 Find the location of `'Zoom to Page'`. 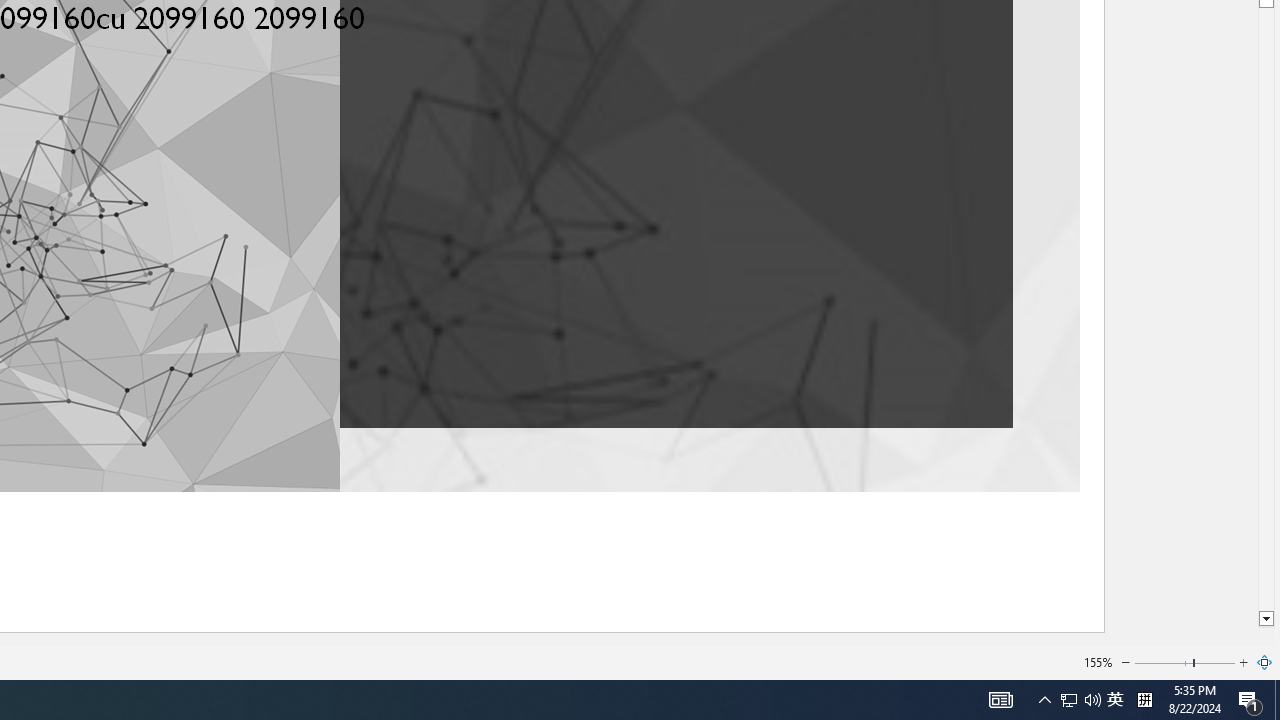

'Zoom to Page' is located at coordinates (1264, 663).